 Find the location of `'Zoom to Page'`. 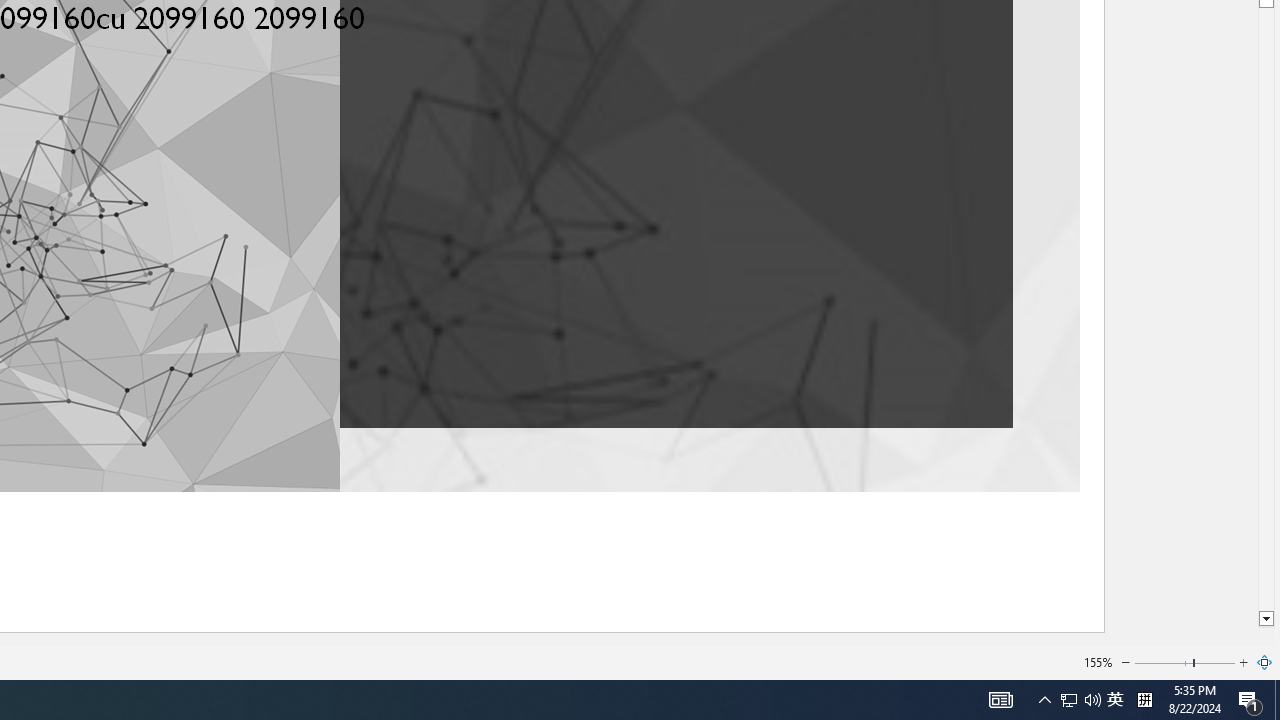

'Zoom to Page' is located at coordinates (1264, 663).